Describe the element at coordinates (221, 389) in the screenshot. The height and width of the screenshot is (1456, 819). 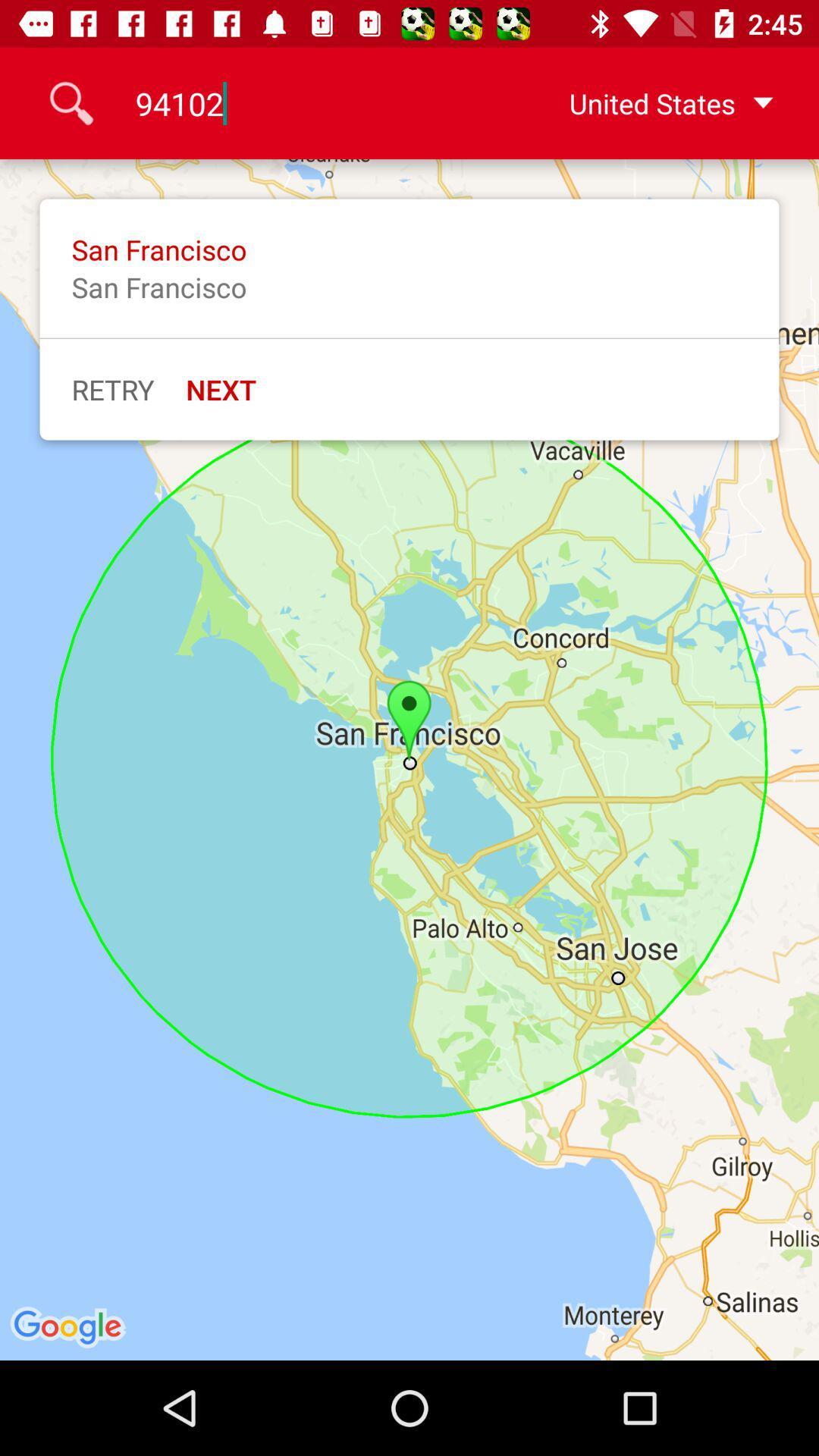
I see `the item next to the retry item` at that location.